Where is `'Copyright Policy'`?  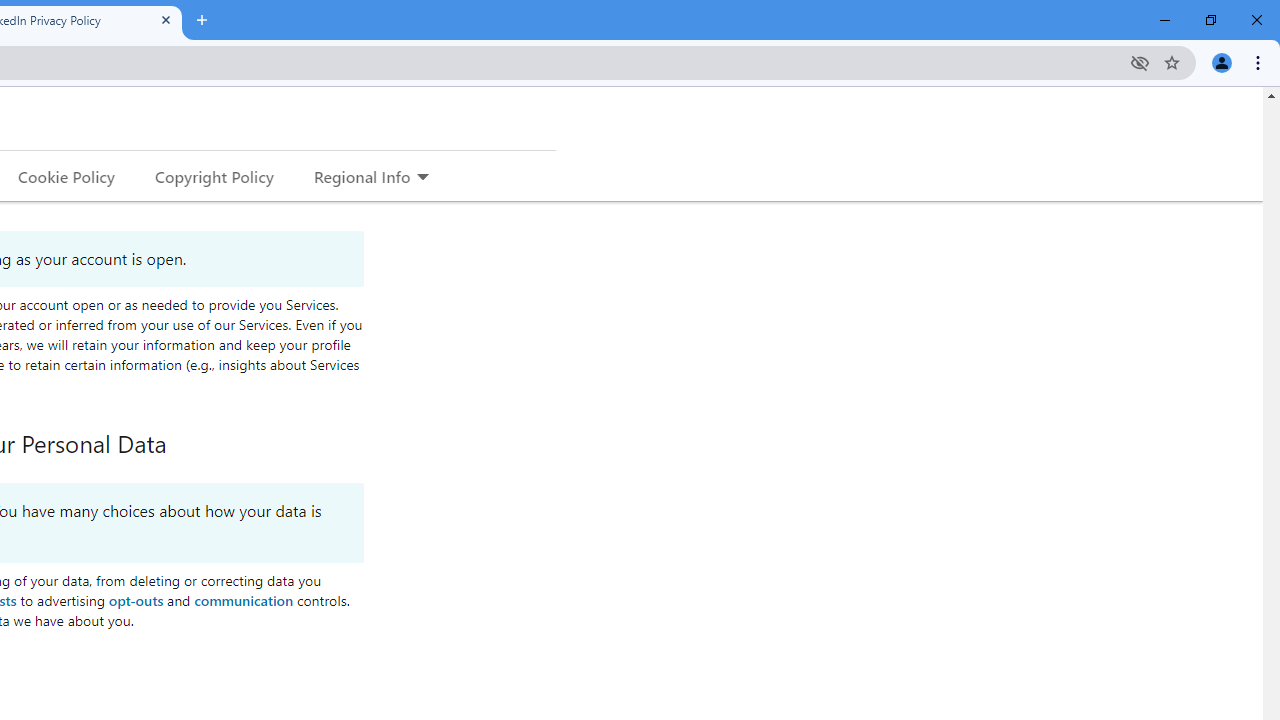
'Copyright Policy' is located at coordinates (213, 175).